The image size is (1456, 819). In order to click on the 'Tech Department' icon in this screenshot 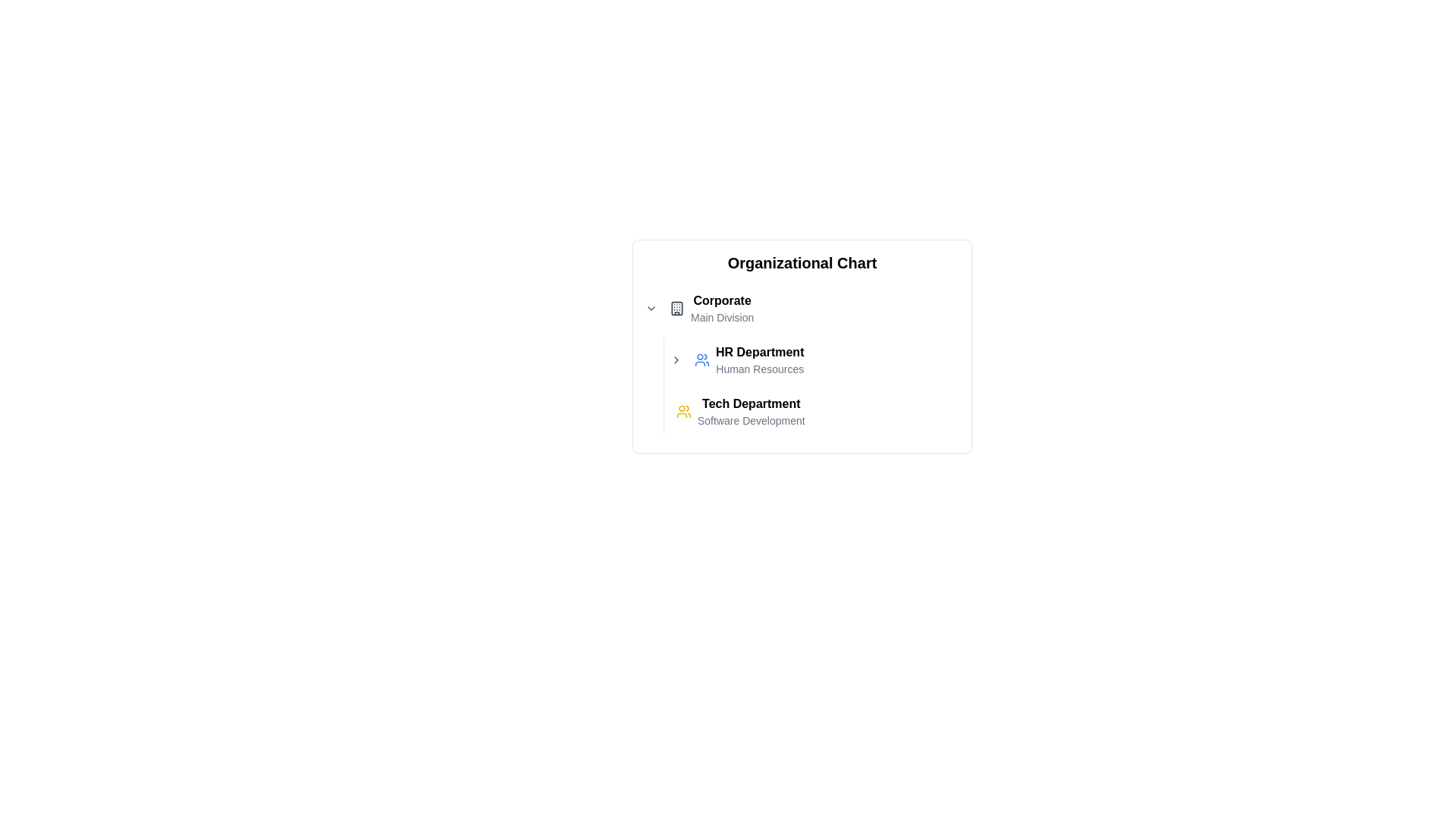, I will do `click(683, 412)`.